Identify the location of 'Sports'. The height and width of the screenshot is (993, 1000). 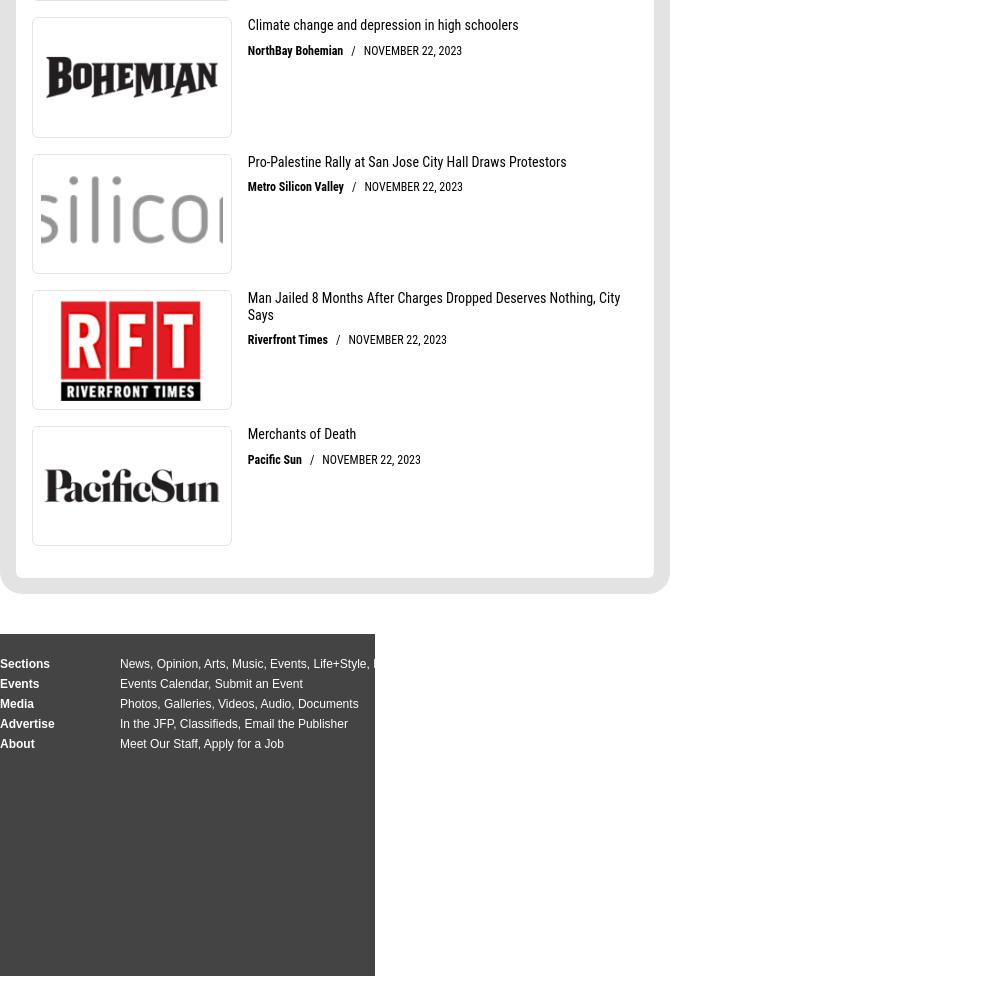
(458, 664).